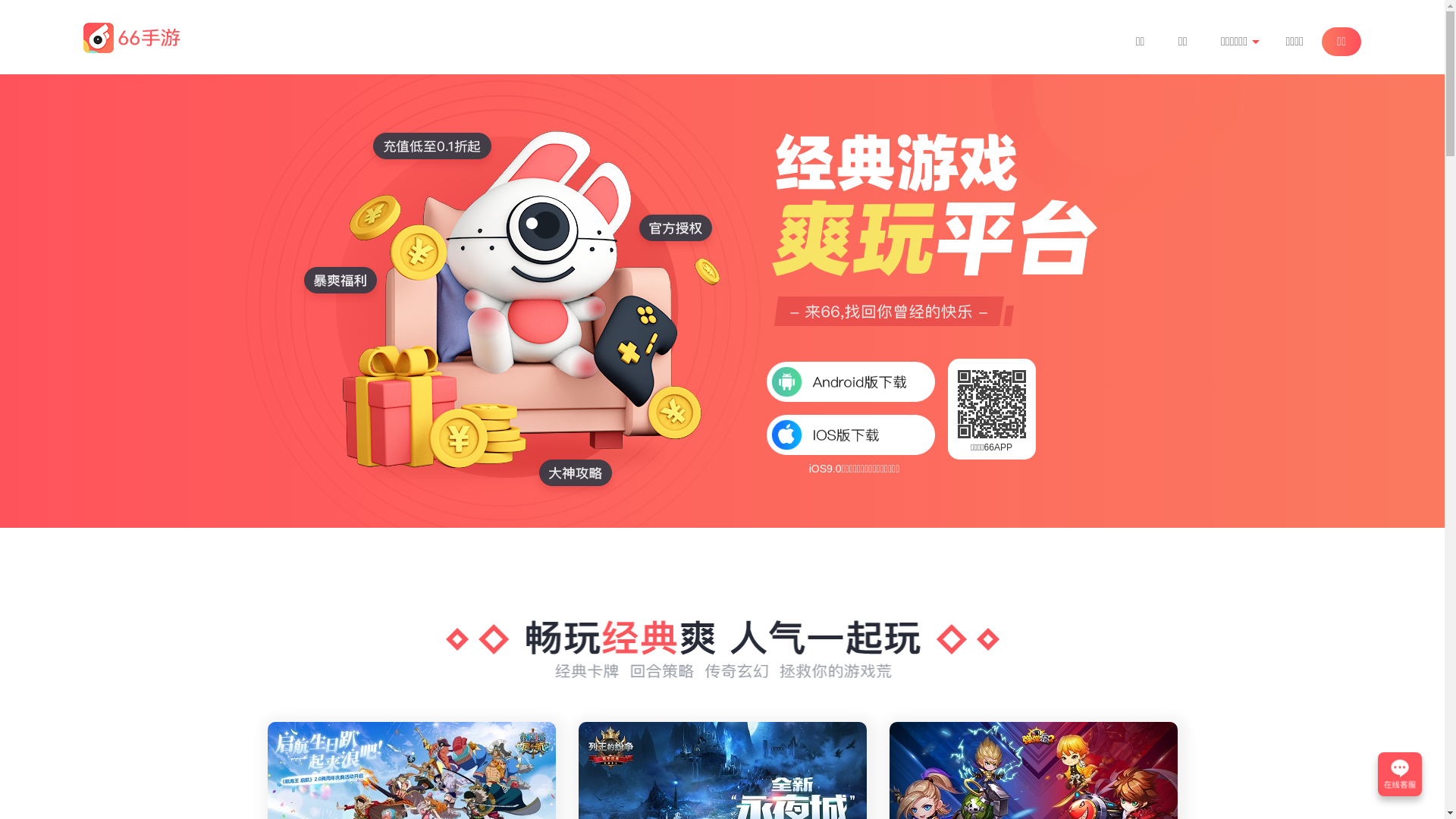 This screenshot has height=819, width=1456. I want to click on 'http://m.66shouyou.com/?from=pc&channelid=344257', so click(956, 403).